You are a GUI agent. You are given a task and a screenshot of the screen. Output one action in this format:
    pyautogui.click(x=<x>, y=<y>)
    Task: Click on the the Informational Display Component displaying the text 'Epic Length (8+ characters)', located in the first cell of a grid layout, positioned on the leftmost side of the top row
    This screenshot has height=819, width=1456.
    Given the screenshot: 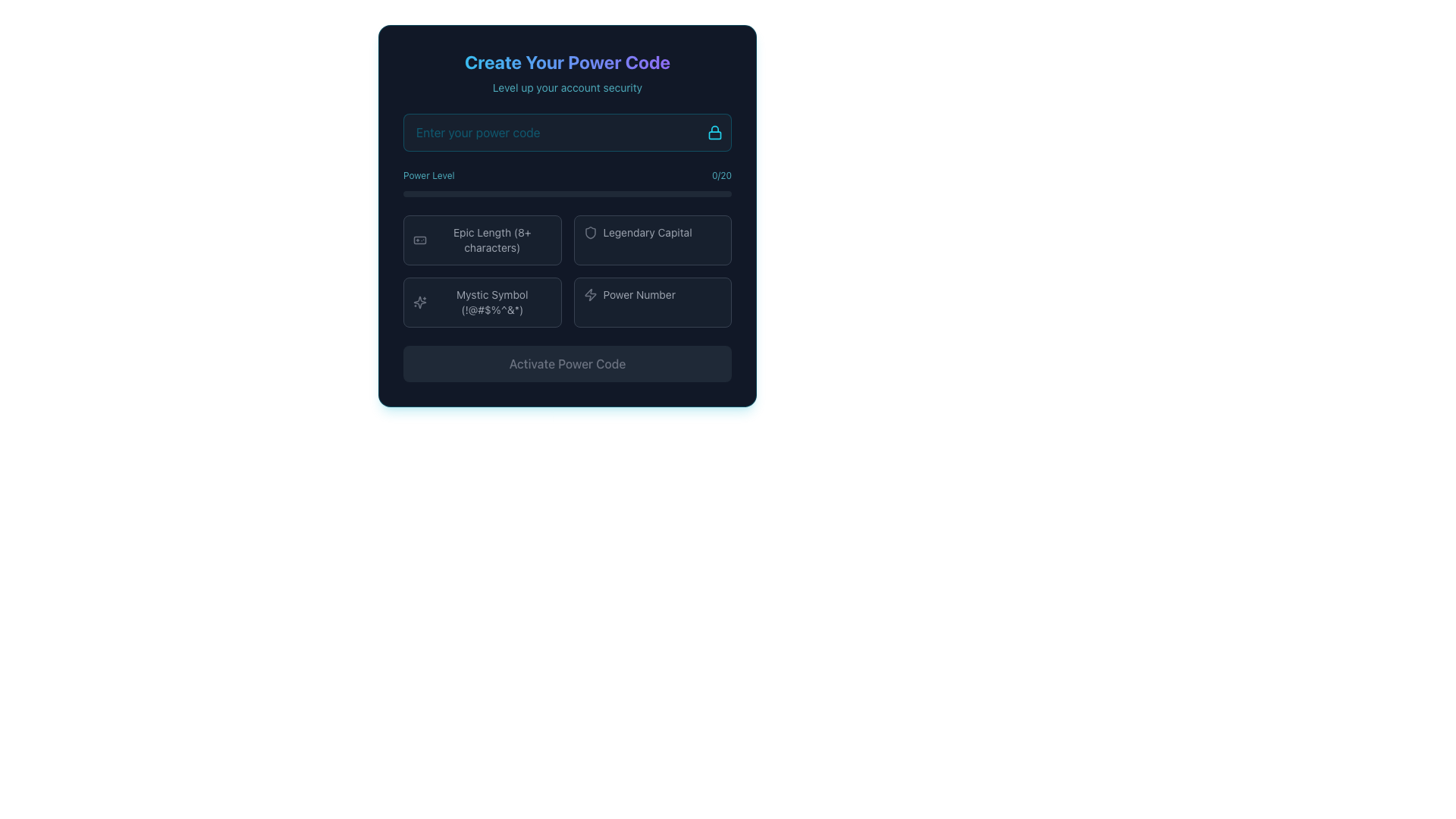 What is the action you would take?
    pyautogui.click(x=566, y=216)
    